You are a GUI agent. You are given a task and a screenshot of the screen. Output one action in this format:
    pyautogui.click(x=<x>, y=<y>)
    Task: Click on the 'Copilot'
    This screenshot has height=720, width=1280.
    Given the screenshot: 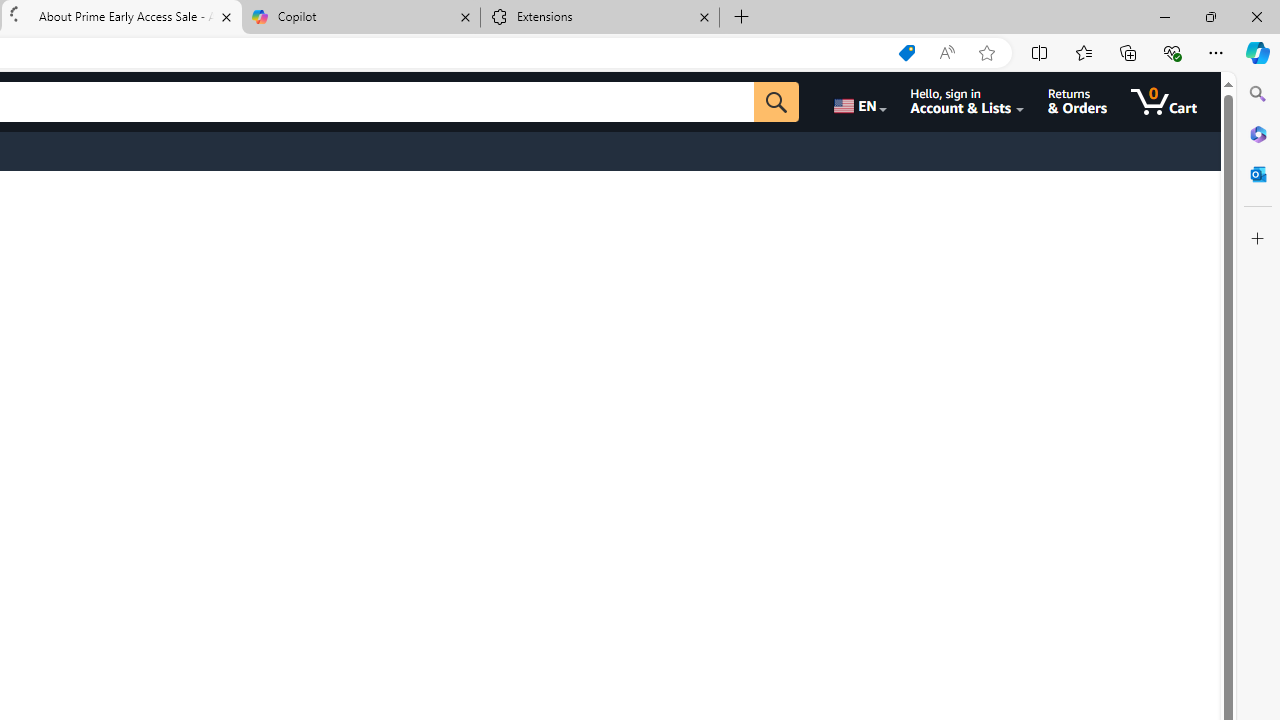 What is the action you would take?
    pyautogui.click(x=360, y=17)
    